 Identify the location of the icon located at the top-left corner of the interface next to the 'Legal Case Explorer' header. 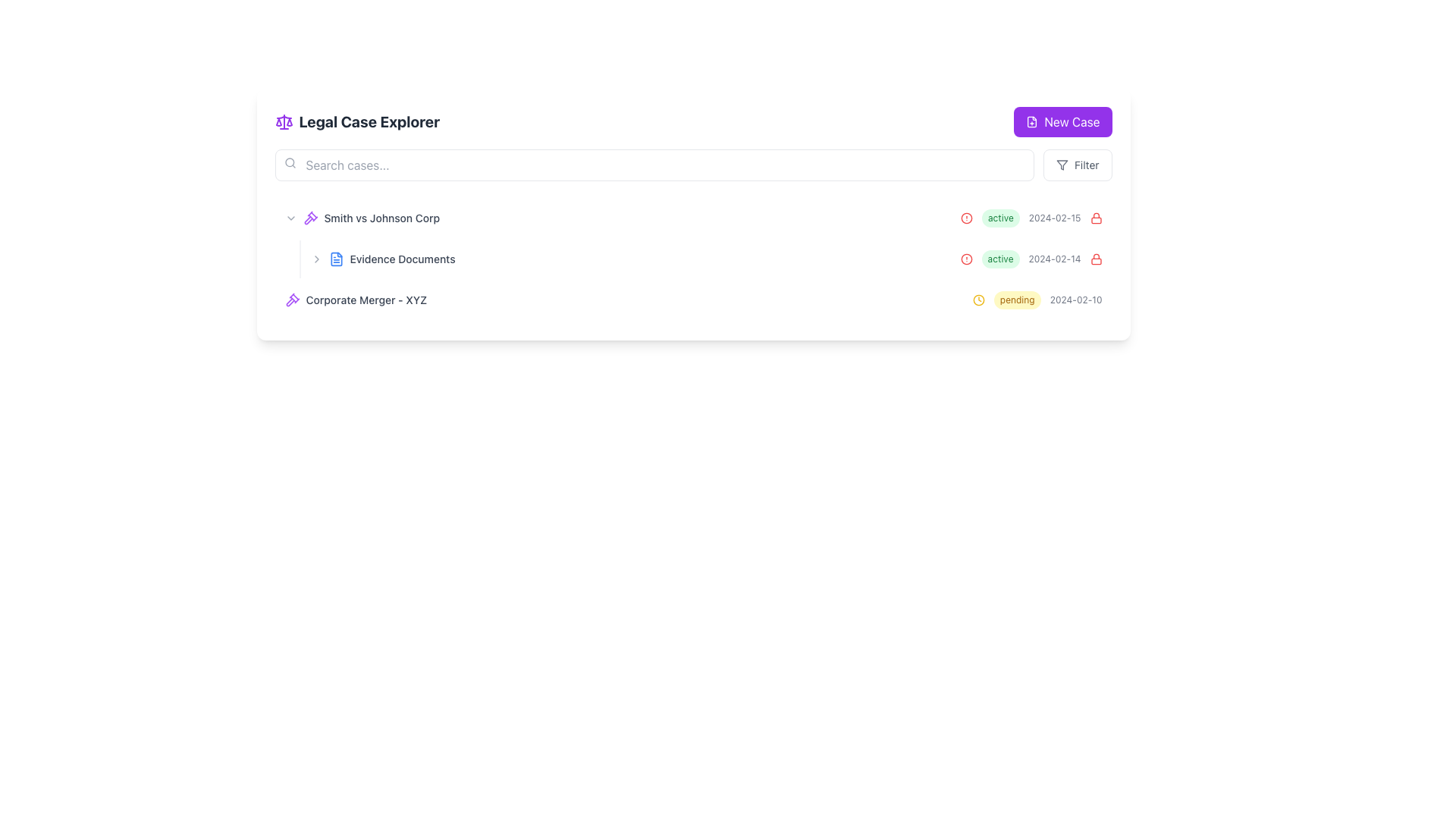
(284, 121).